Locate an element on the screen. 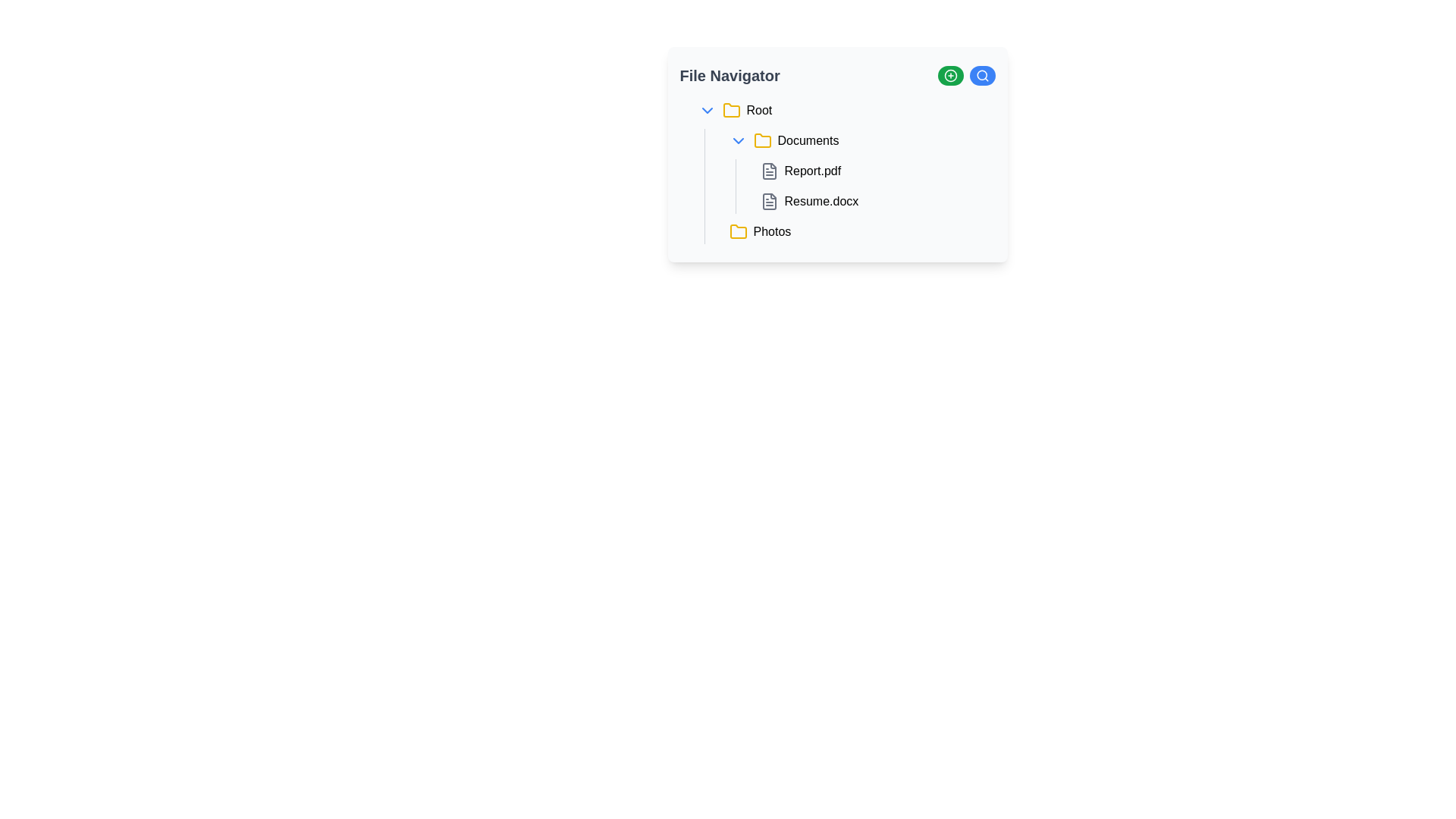 The image size is (1456, 819). the downward chevron icon located next to the 'Documents' text in the file navigation UI is located at coordinates (738, 140).